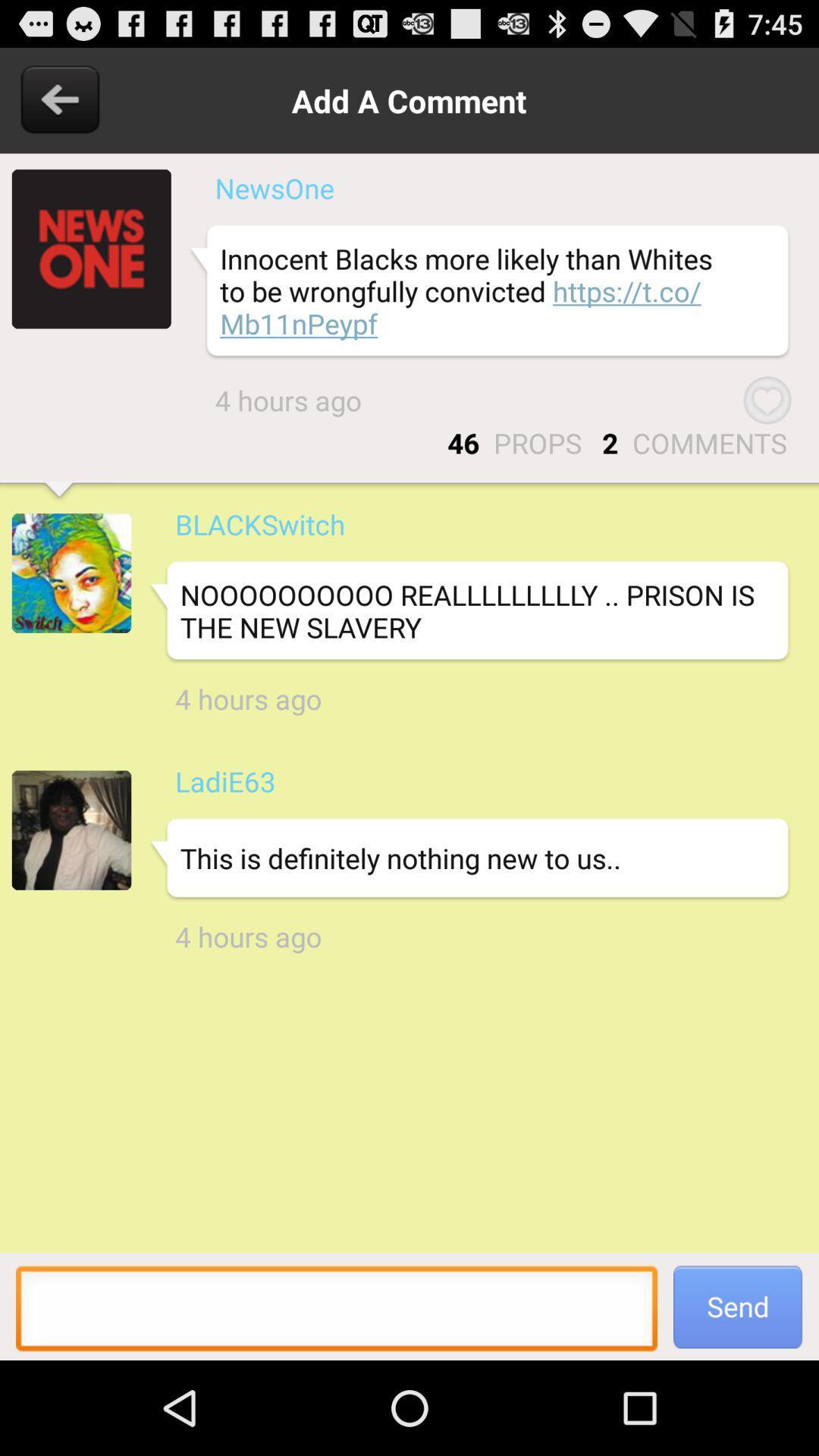  Describe the element at coordinates (767, 400) in the screenshot. I see `the item below the innocent blacks more app` at that location.